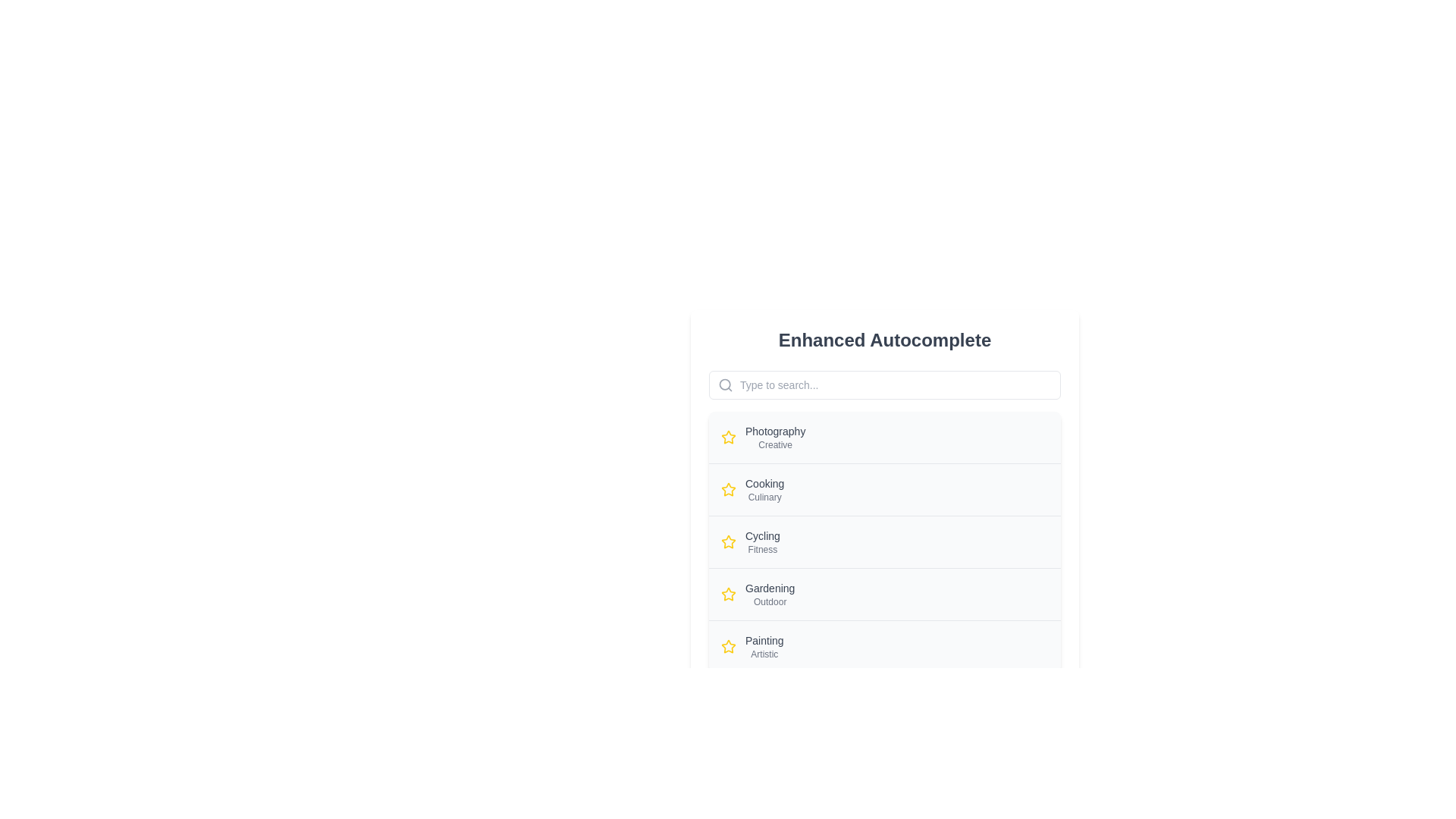  I want to click on the 'Photography' text label, which is styled with a smaller font size and medium weight in gray color, located above the 'Creative' text element and adjacent to a star icon, so click(775, 431).